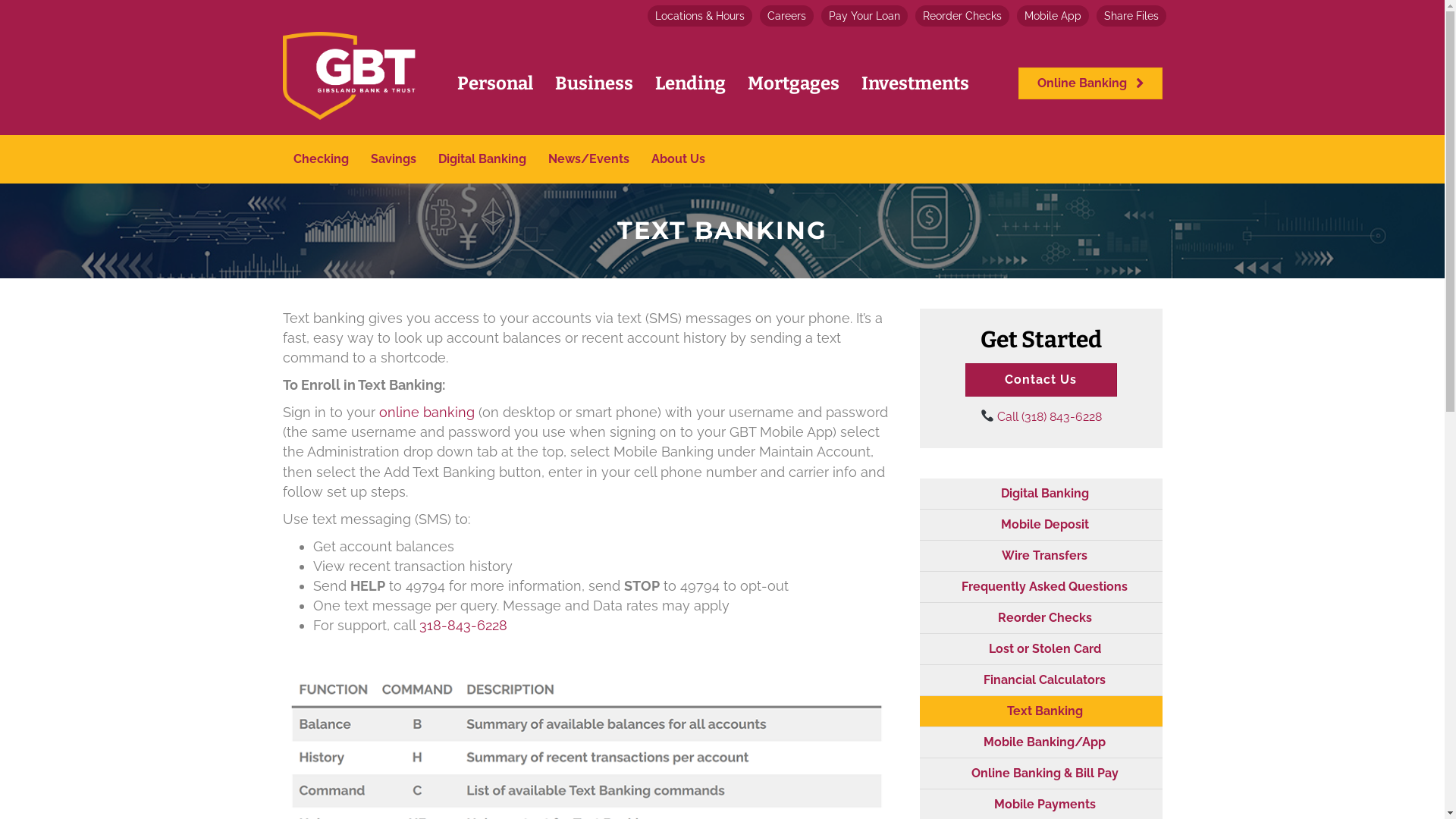 The height and width of the screenshot is (819, 1456). Describe the element at coordinates (1131, 15) in the screenshot. I see `'Share Files'` at that location.